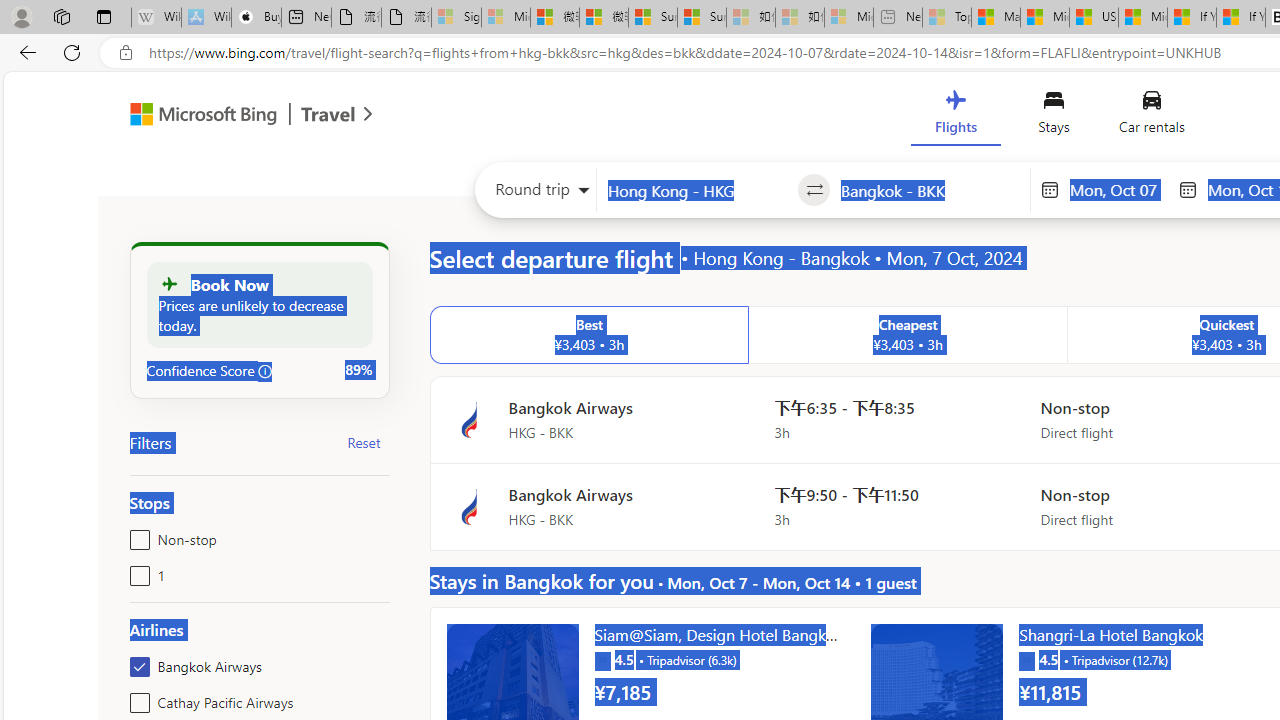 The image size is (1280, 720). I want to click on 'Class: autosuggest-container full-height no-y-padding', so click(929, 190).